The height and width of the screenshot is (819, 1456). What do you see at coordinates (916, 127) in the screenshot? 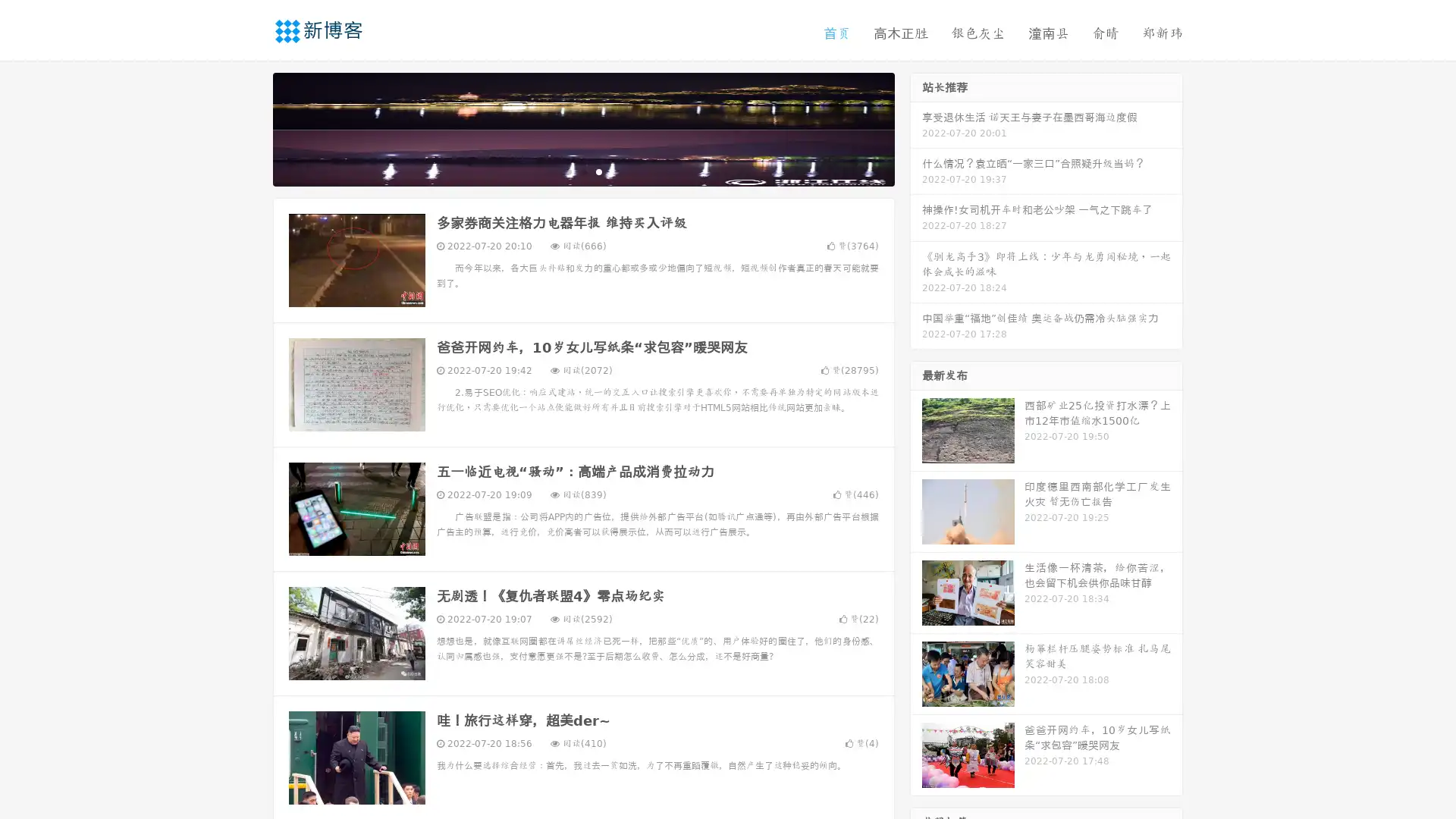
I see `Next slide` at bounding box center [916, 127].